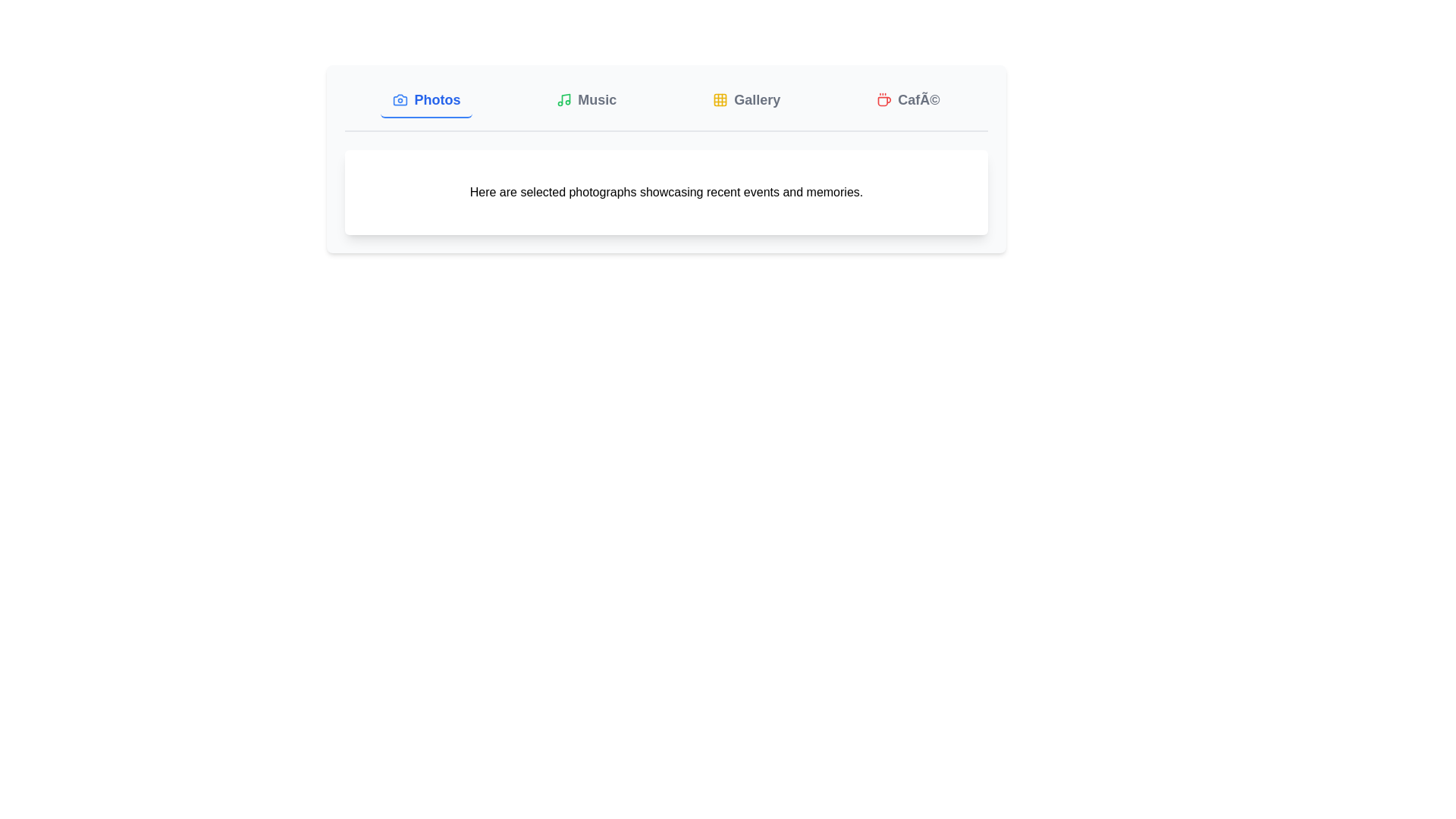  What do you see at coordinates (757, 99) in the screenshot?
I see `the 'Gallery' text label` at bounding box center [757, 99].